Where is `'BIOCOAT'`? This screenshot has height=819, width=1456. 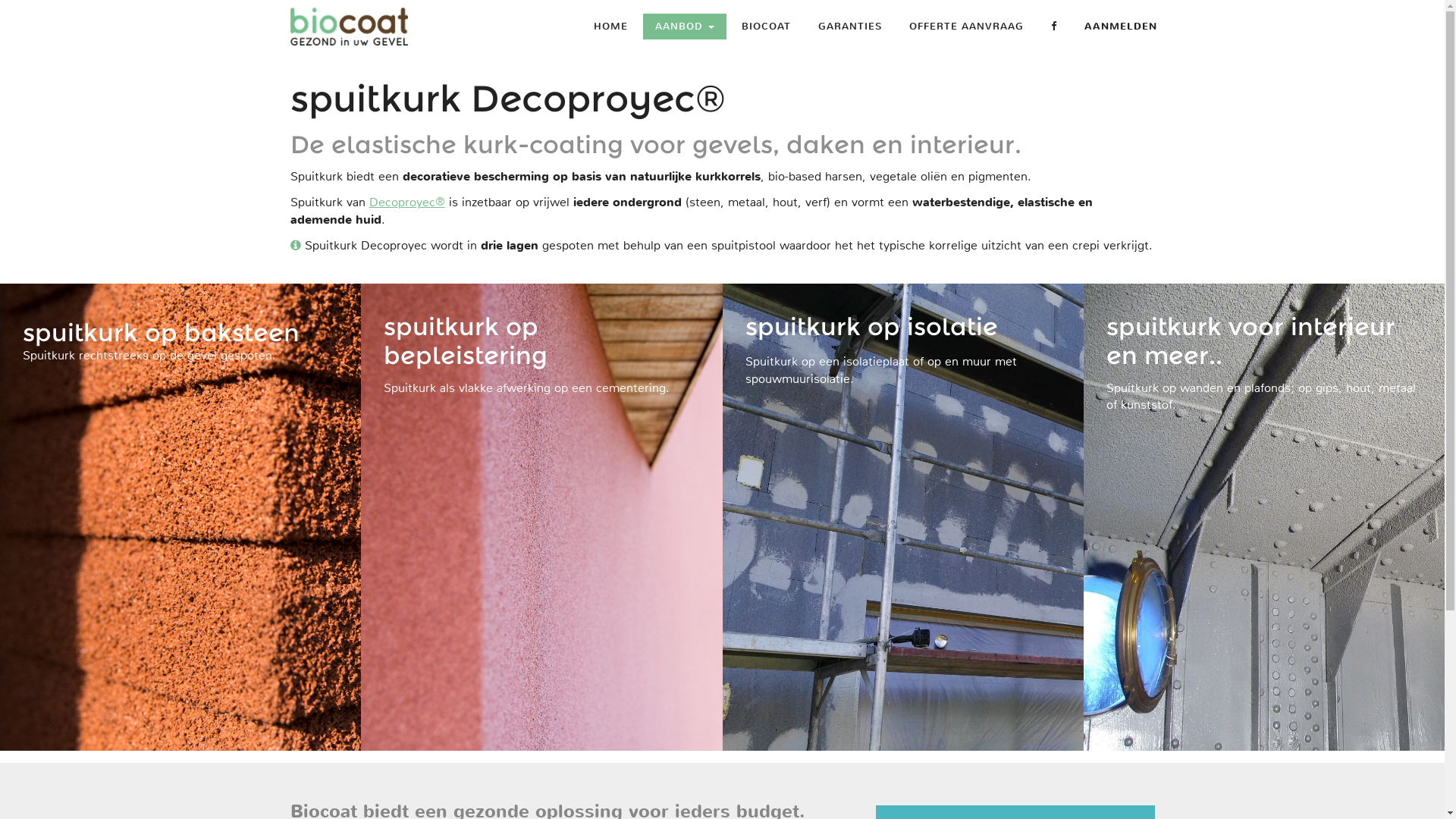 'BIOCOAT' is located at coordinates (766, 26).